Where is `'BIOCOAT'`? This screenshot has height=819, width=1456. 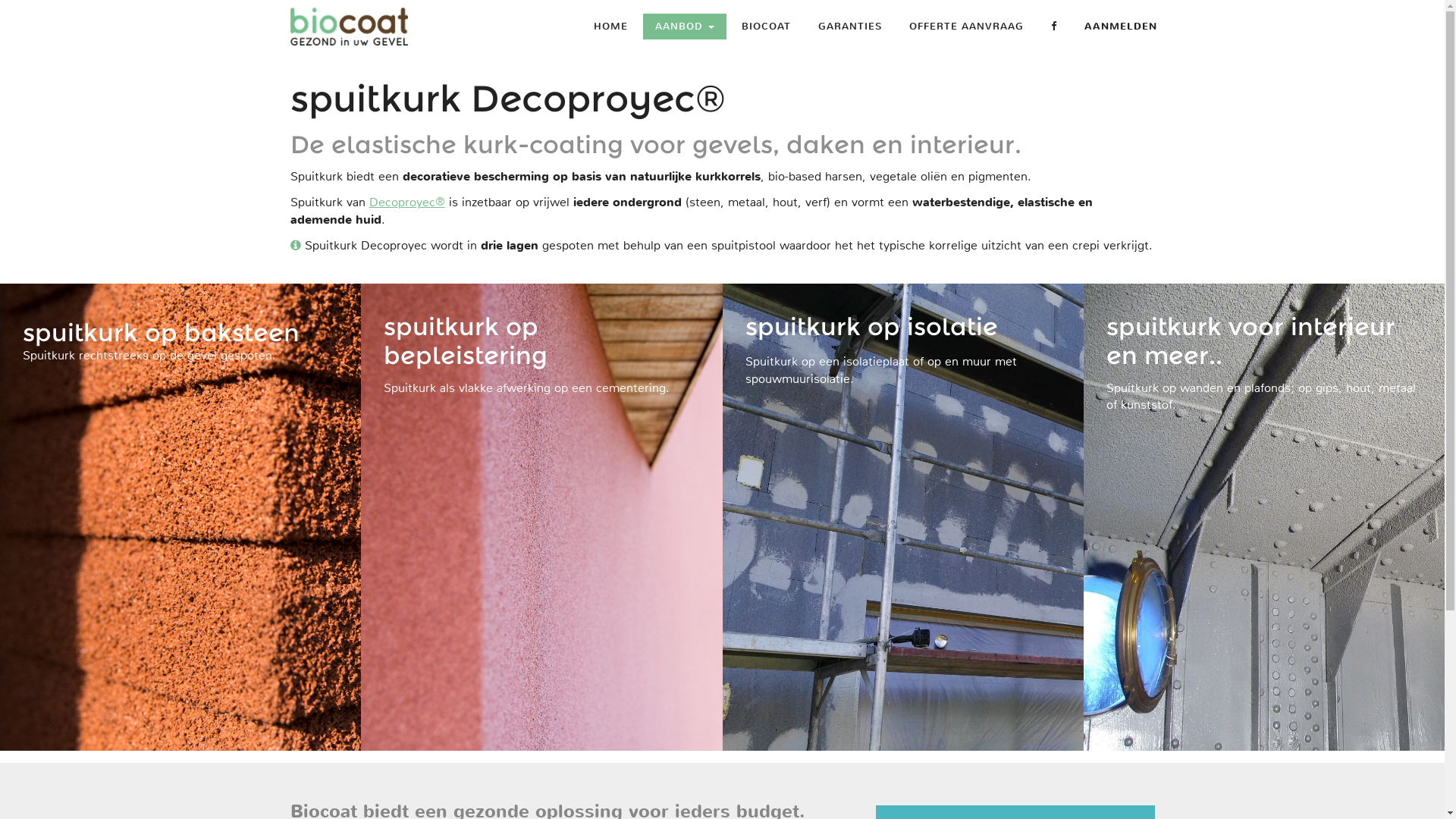 'BIOCOAT' is located at coordinates (766, 26).